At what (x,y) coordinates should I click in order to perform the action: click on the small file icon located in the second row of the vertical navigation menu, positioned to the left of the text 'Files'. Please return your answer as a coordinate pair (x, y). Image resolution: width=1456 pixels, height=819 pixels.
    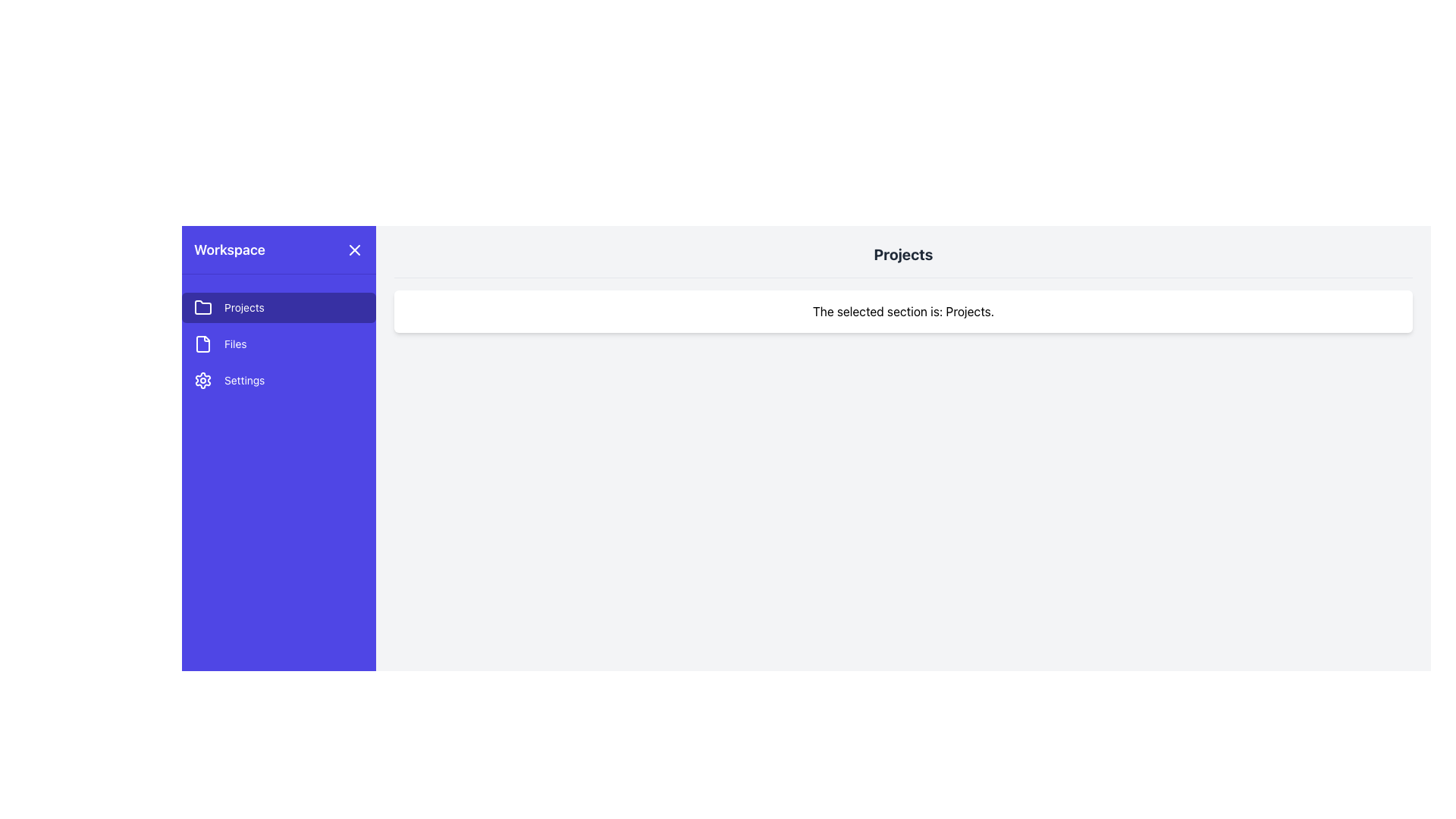
    Looking at the image, I should click on (202, 344).